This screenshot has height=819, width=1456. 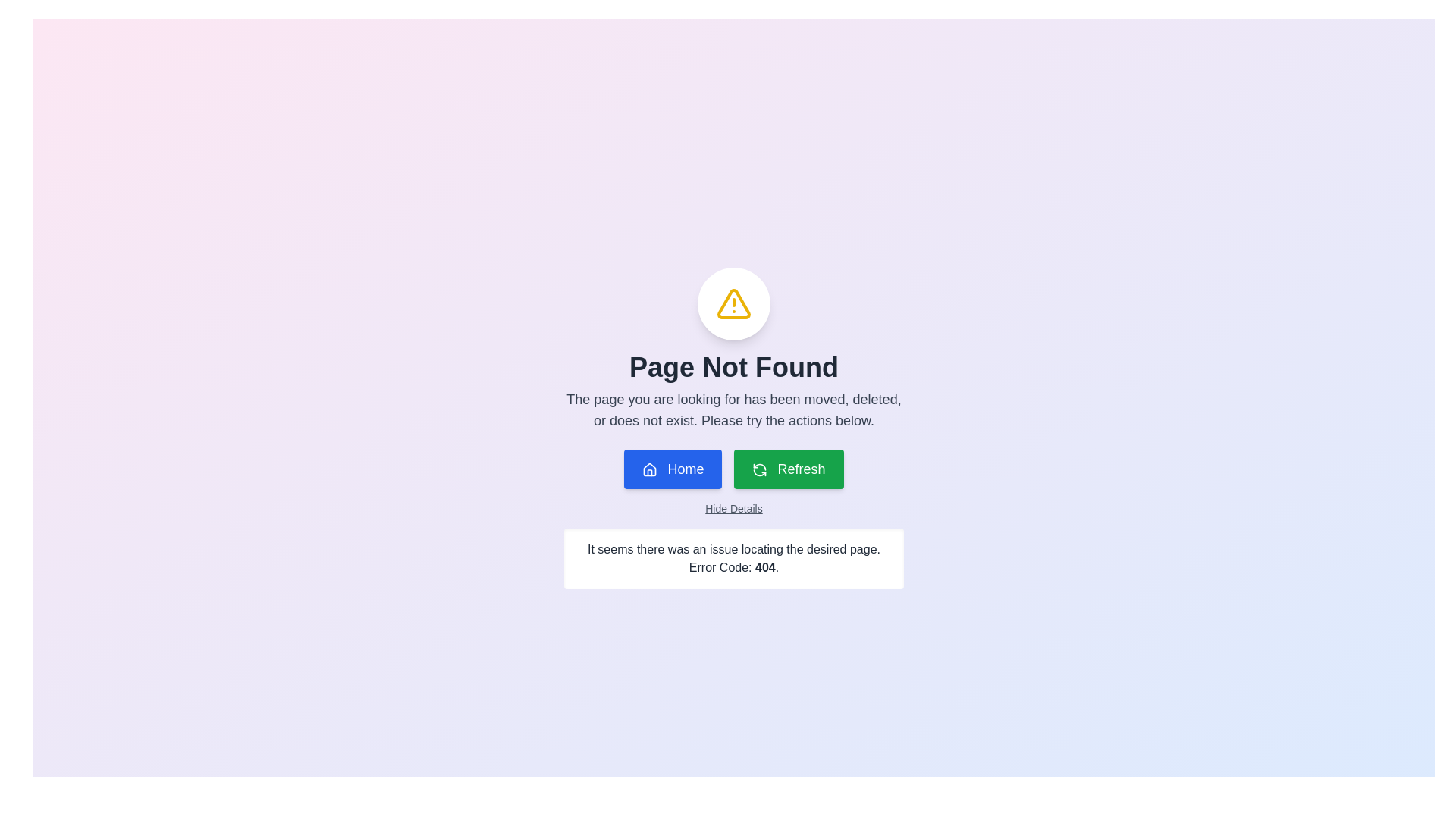 I want to click on the error or warning icon that indicates a 404 error, located above the 'Page Not Found' heading, so click(x=734, y=304).